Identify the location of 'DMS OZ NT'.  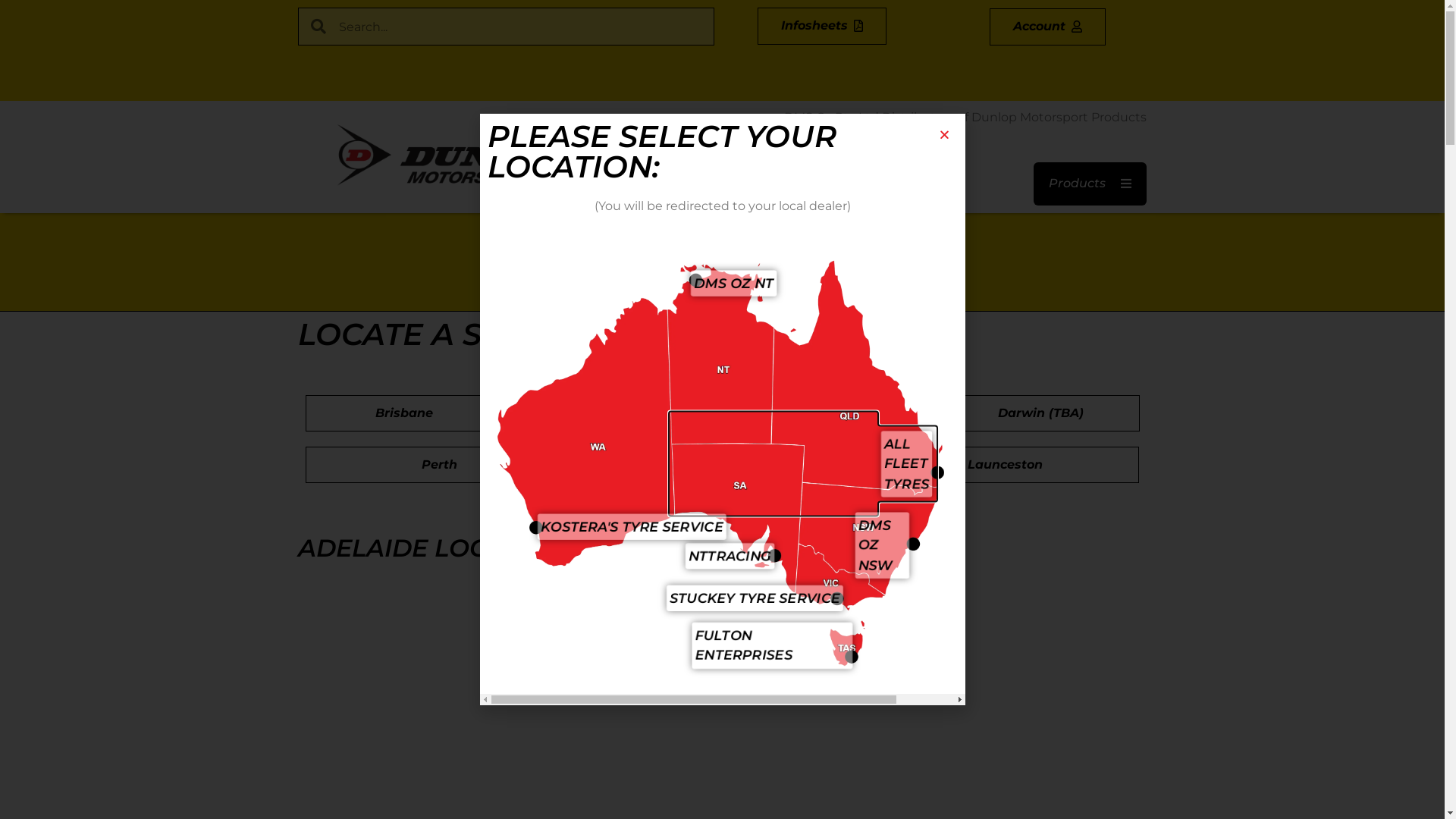
(733, 284).